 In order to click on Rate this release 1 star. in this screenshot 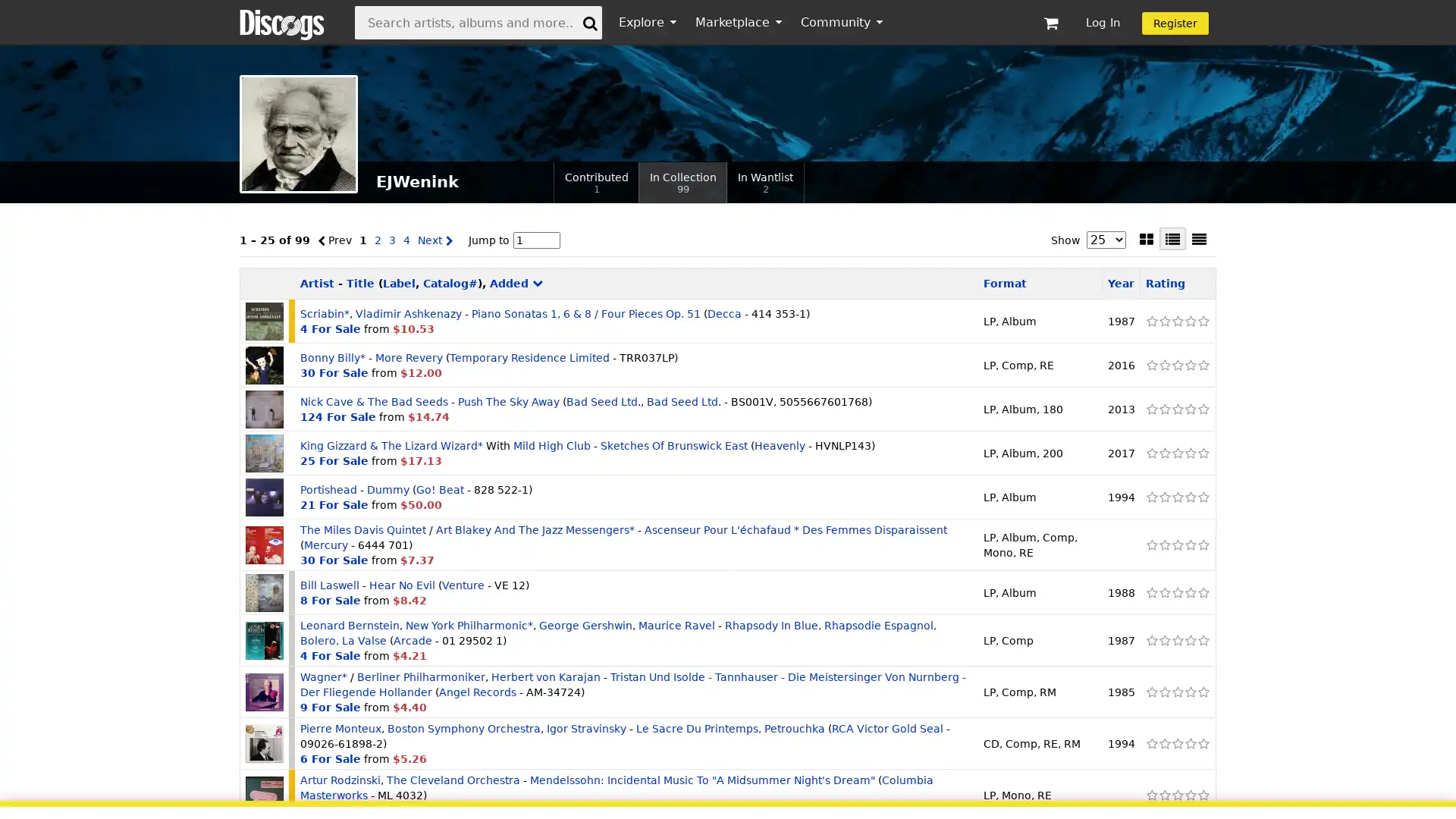, I will do `click(1151, 366)`.